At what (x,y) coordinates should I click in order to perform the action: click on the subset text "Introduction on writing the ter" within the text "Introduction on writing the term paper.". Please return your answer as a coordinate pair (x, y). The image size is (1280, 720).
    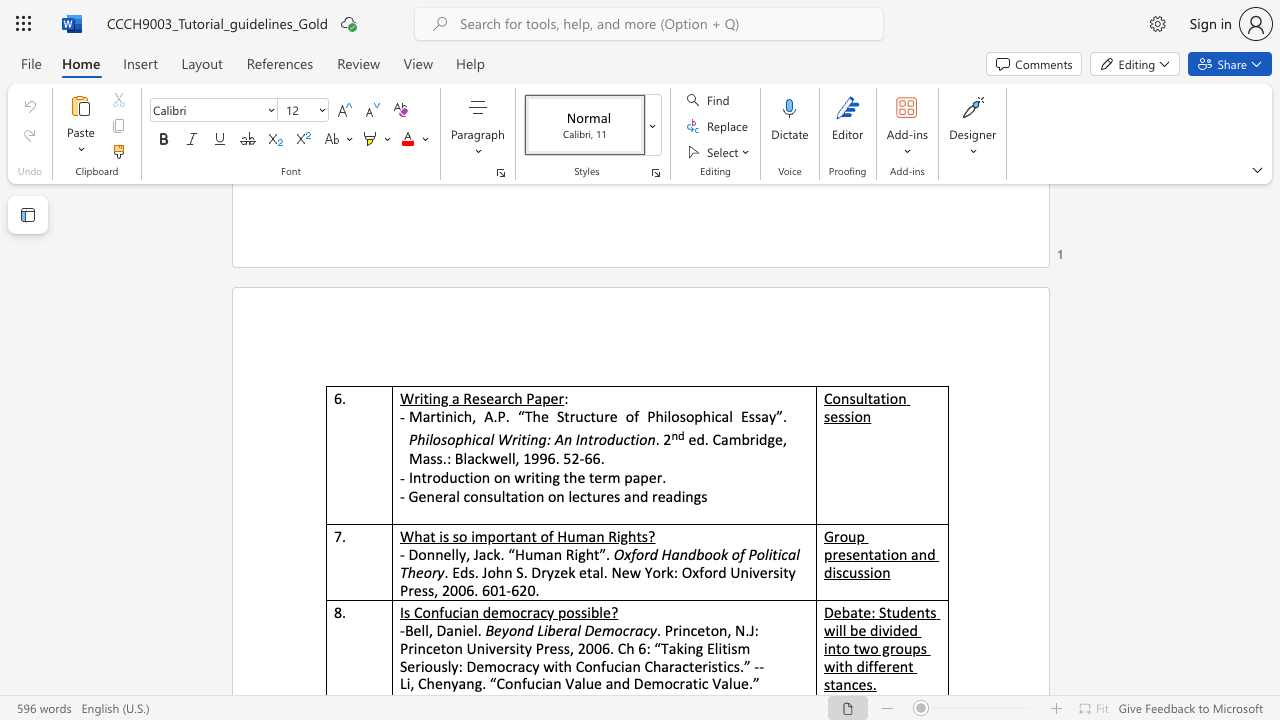
    Looking at the image, I should click on (407, 477).